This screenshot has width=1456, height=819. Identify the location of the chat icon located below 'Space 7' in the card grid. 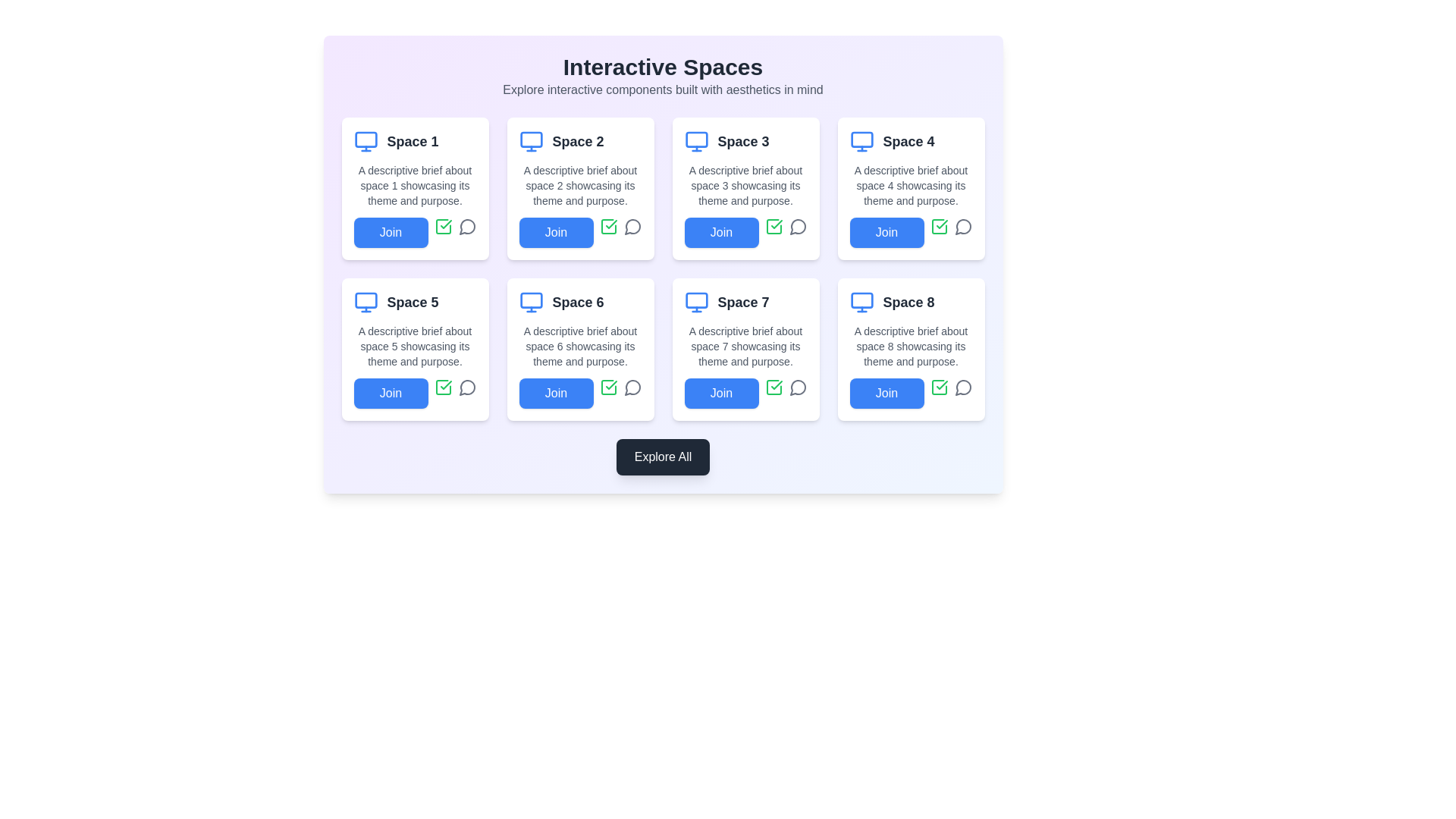
(797, 386).